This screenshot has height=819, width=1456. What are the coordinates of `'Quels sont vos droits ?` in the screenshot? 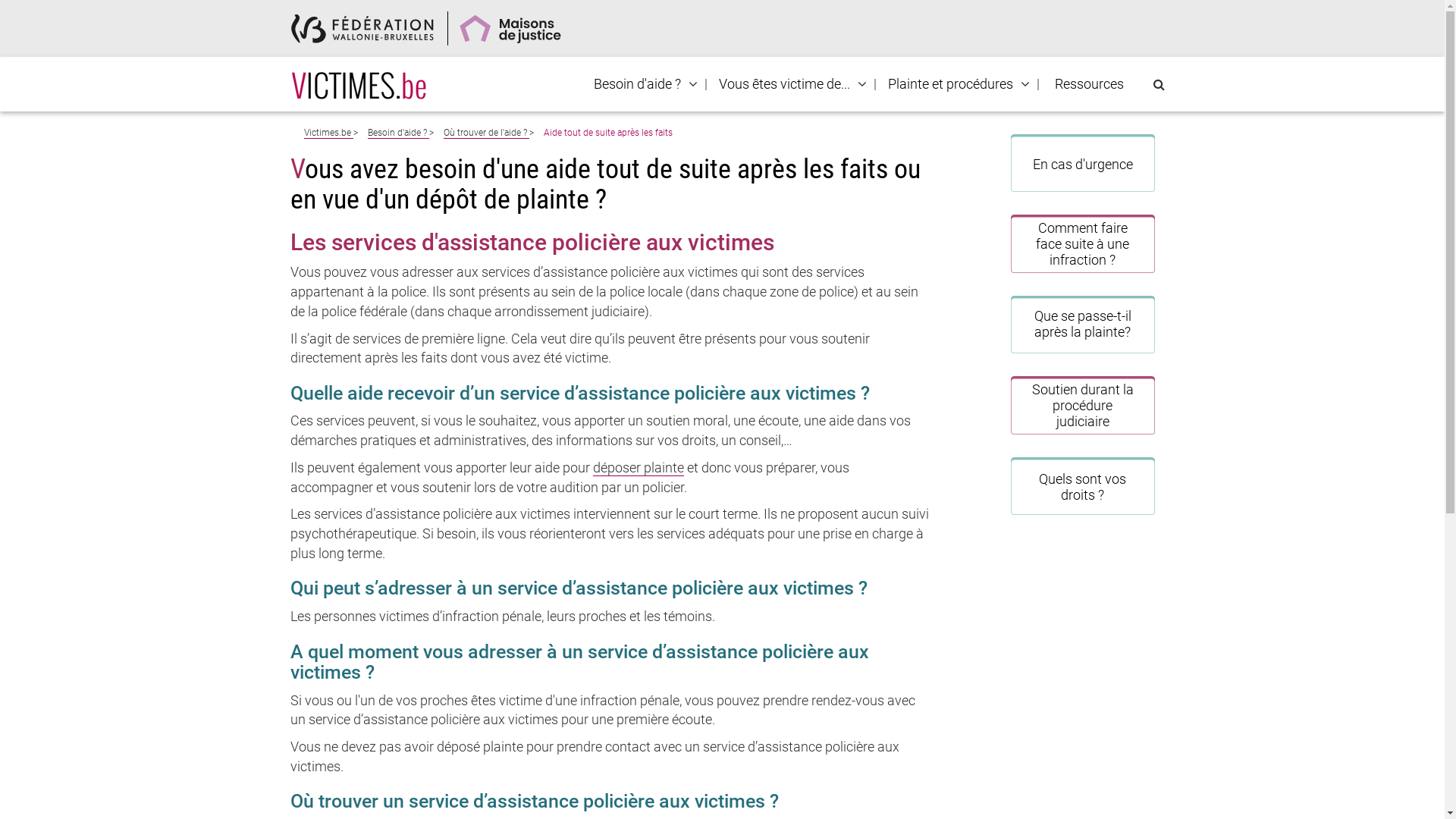 It's located at (1081, 485).